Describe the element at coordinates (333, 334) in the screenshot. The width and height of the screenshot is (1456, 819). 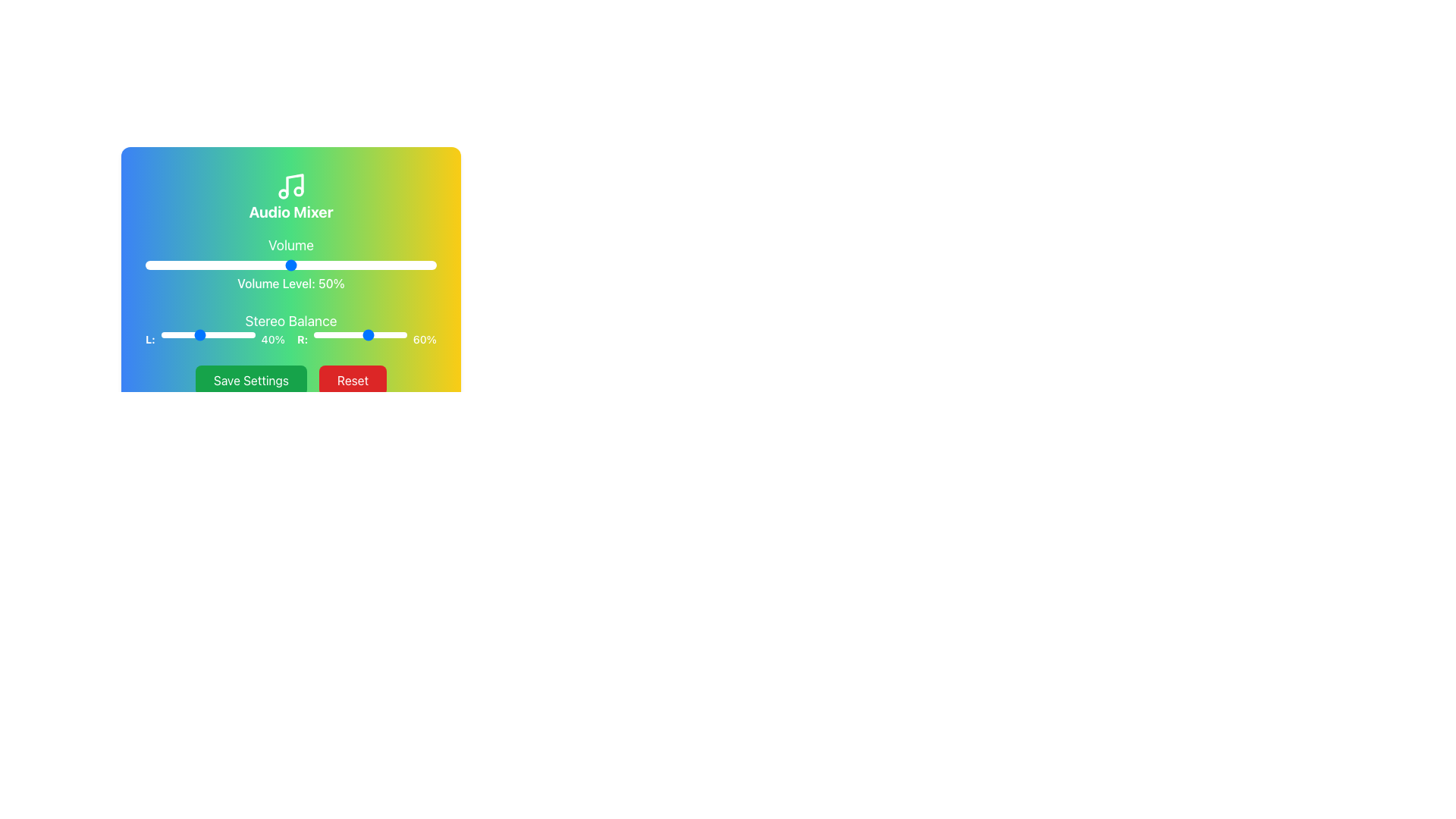
I see `the stereo balance` at that location.